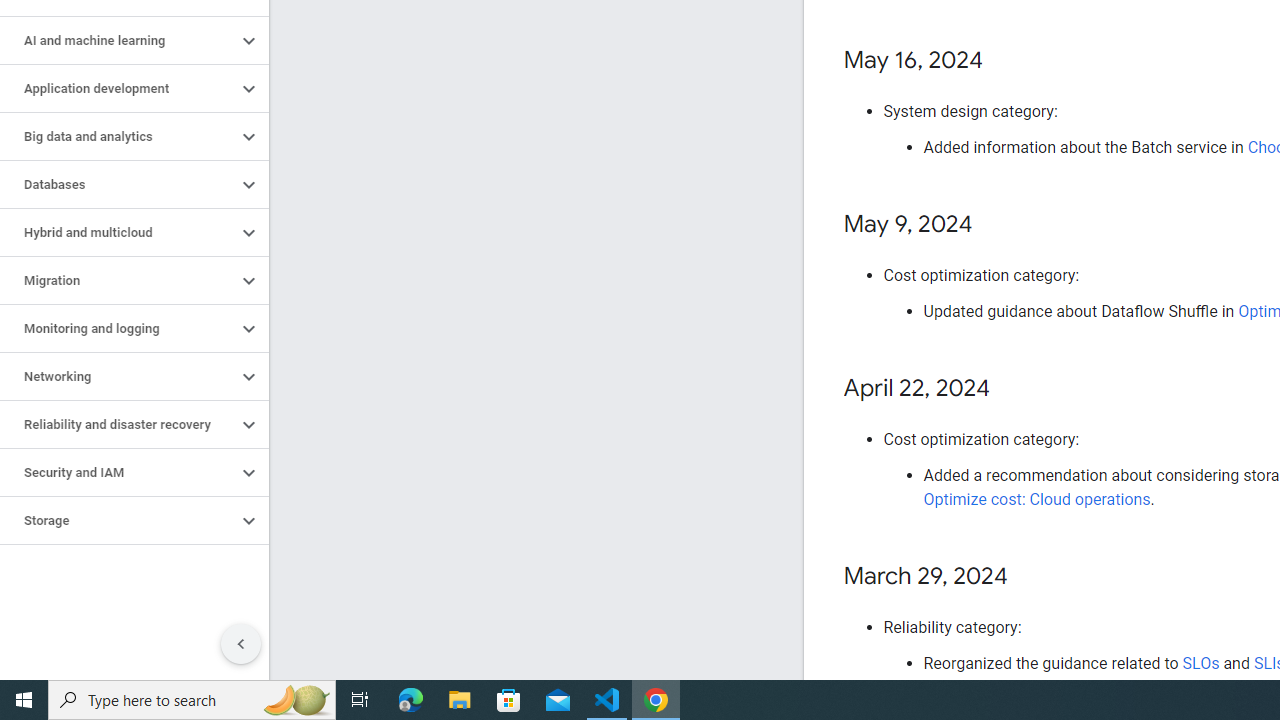  What do you see at coordinates (117, 376) in the screenshot?
I see `'Networking'` at bounding box center [117, 376].